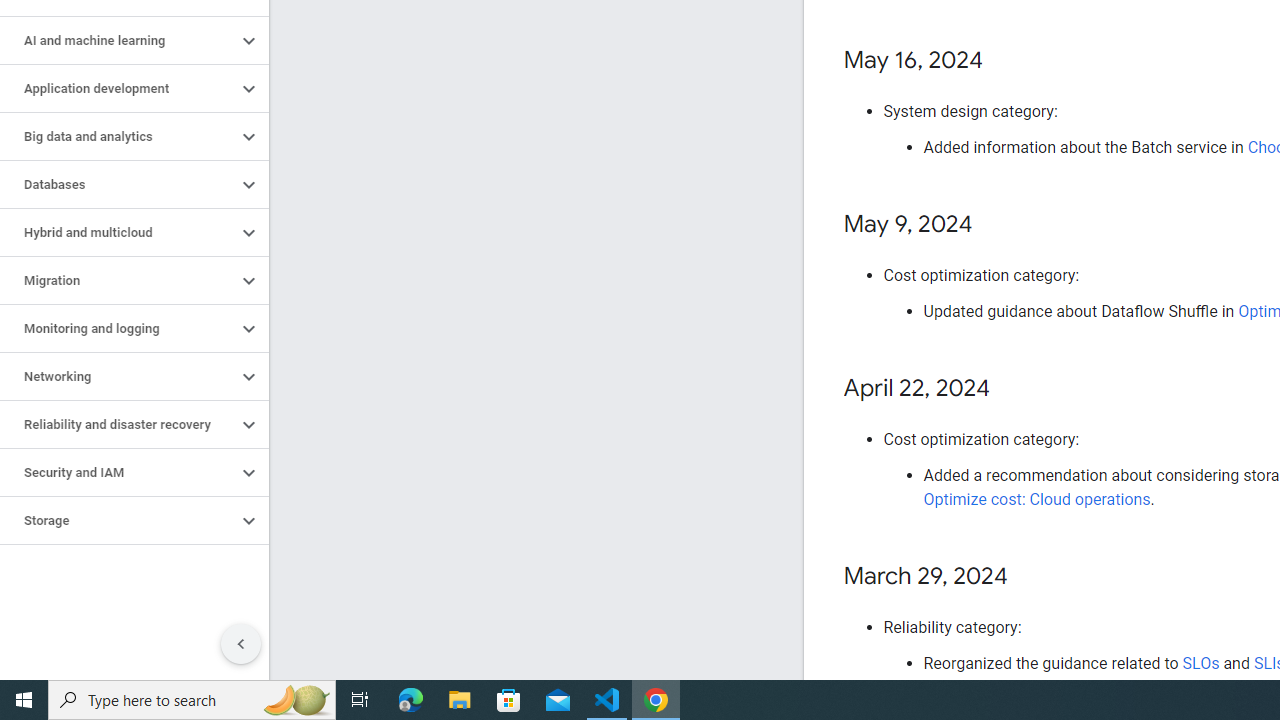  What do you see at coordinates (117, 376) in the screenshot?
I see `'Networking'` at bounding box center [117, 376].